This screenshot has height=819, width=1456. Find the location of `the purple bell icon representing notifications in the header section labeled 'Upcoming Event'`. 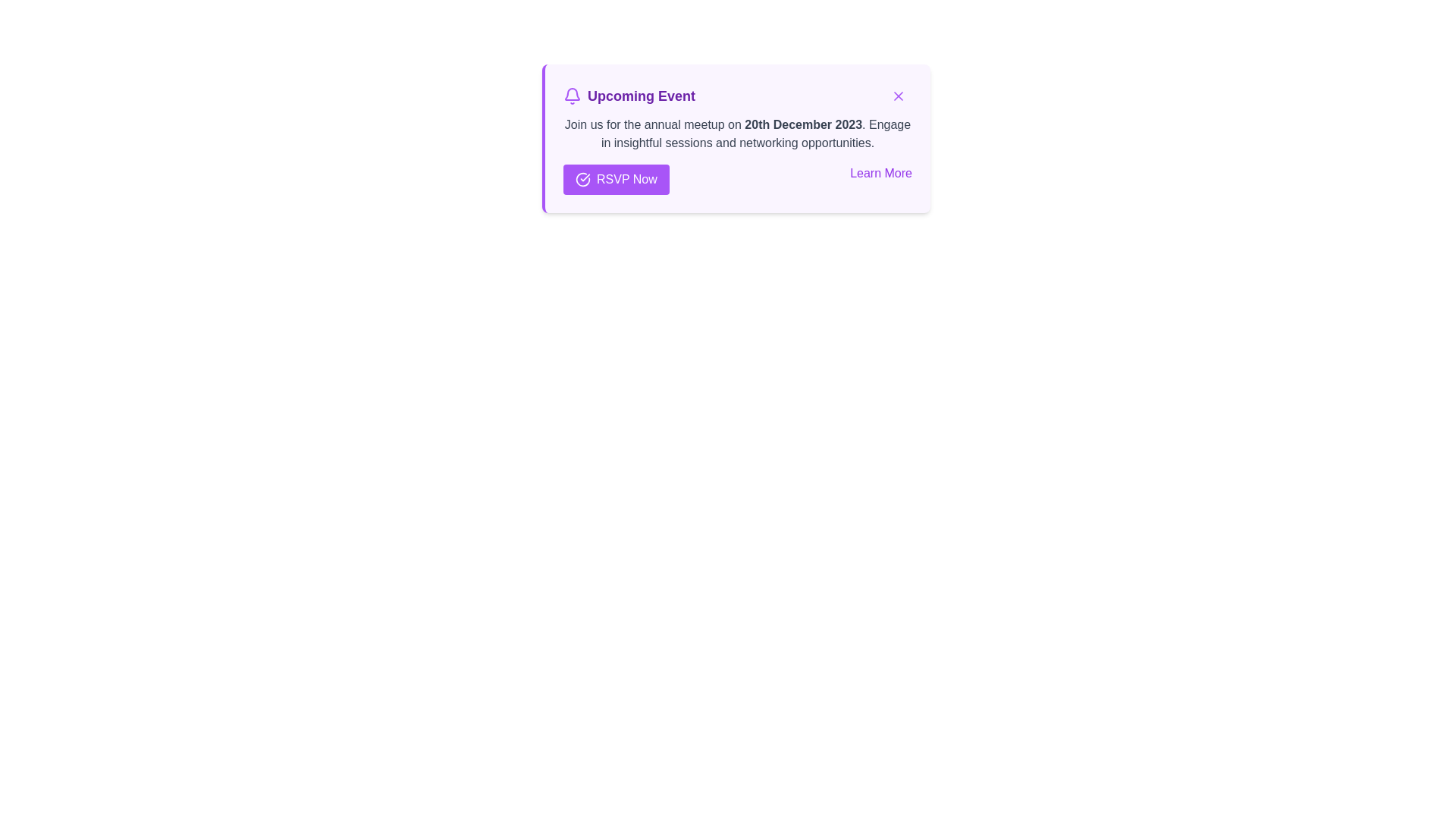

the purple bell icon representing notifications in the header section labeled 'Upcoming Event' is located at coordinates (571, 96).